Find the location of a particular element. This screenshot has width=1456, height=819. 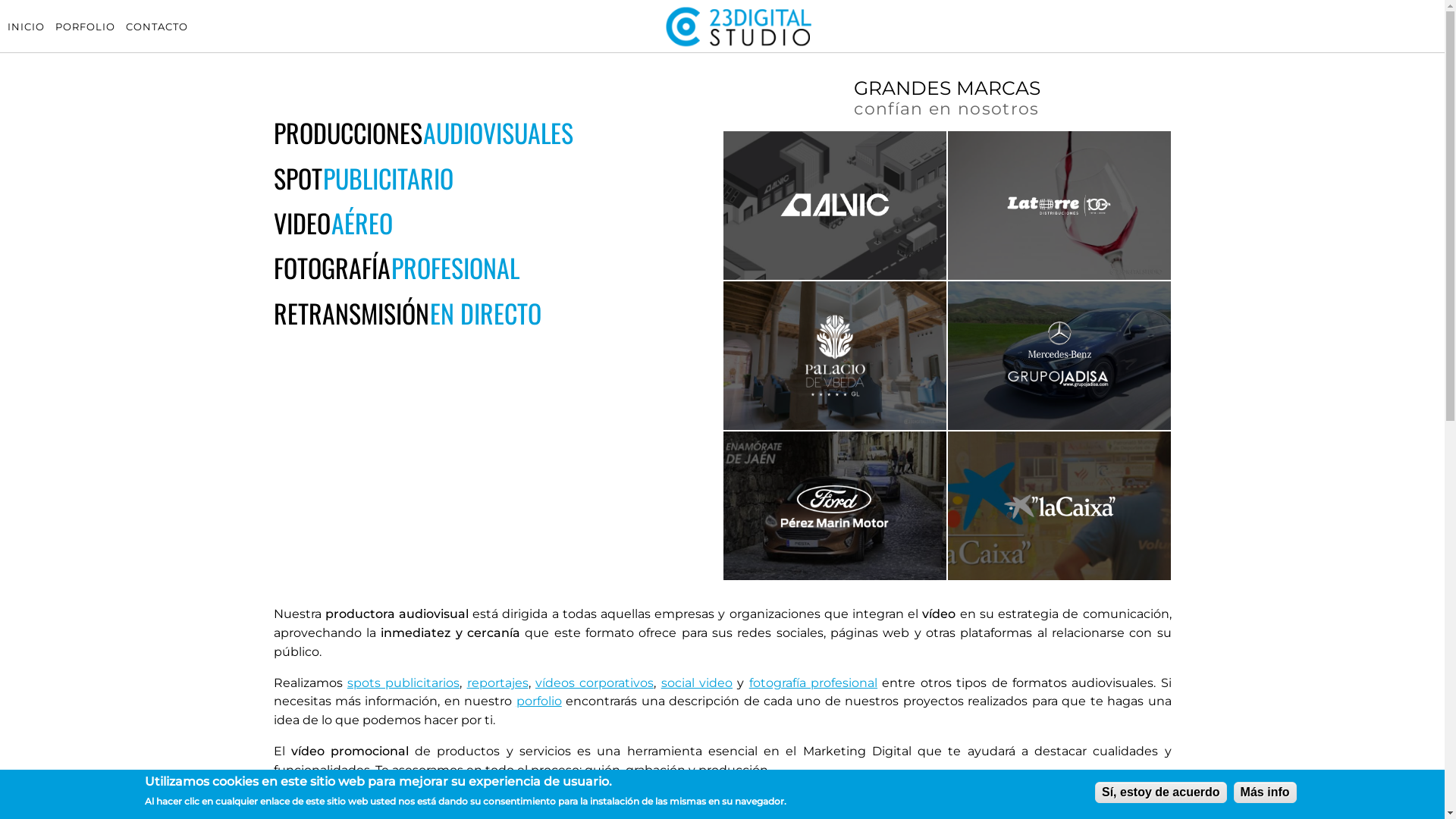

'SPOT PUBLICITARIO' is located at coordinates (362, 177).